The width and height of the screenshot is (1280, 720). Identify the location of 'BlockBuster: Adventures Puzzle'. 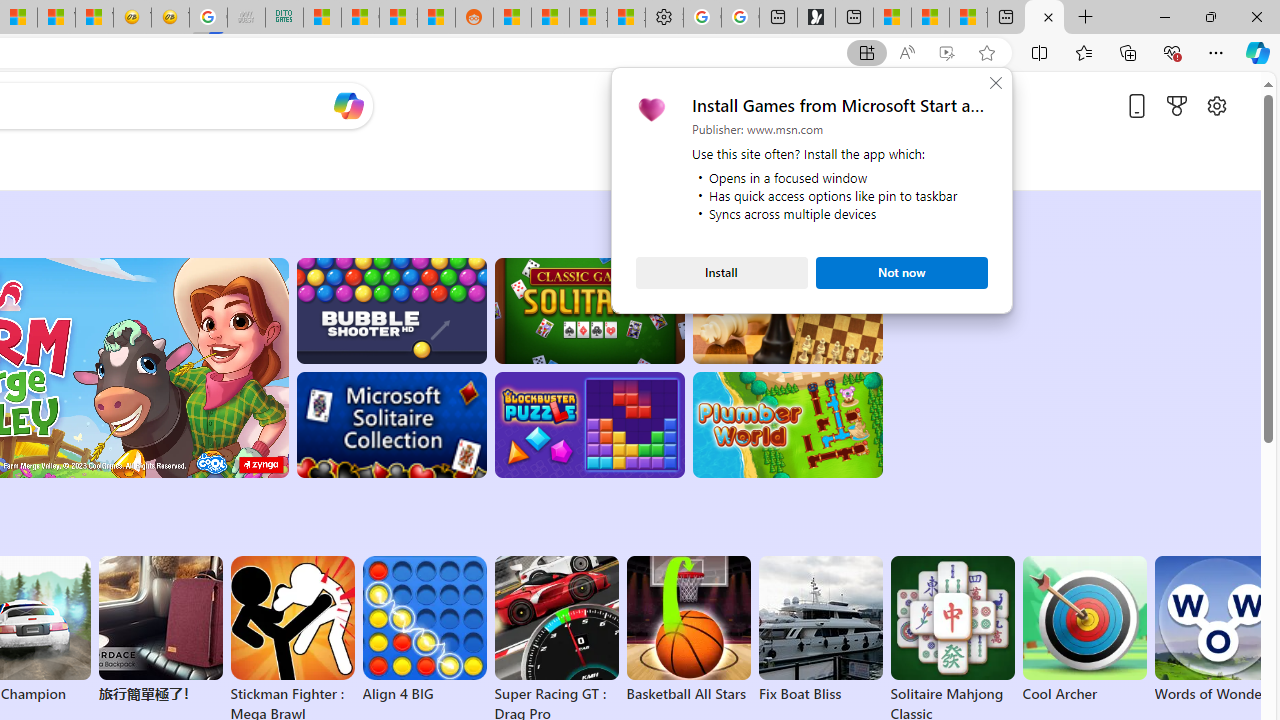
(588, 424).